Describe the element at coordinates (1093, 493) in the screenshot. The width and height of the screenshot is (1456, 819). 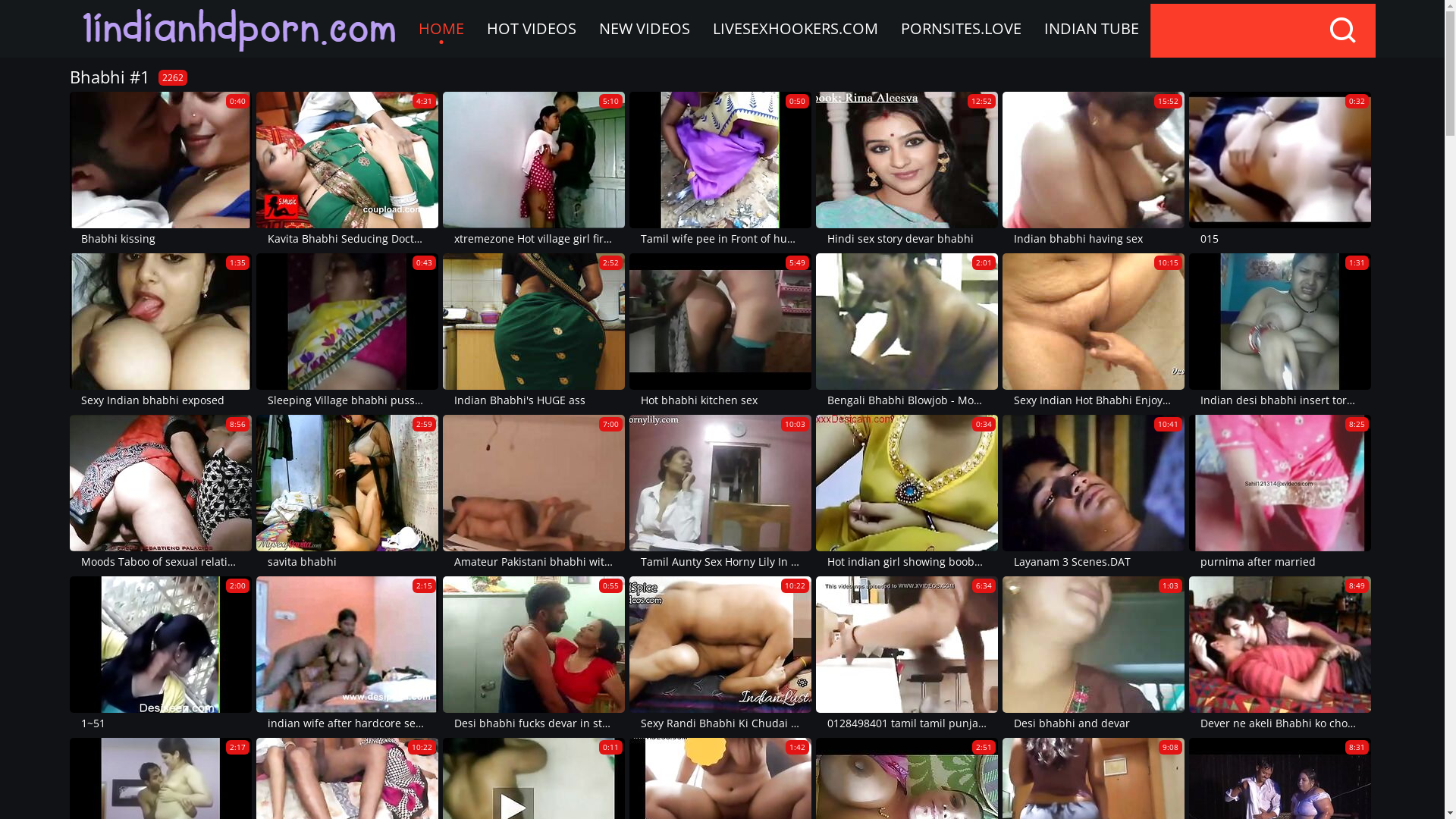
I see `'10:41` at that location.